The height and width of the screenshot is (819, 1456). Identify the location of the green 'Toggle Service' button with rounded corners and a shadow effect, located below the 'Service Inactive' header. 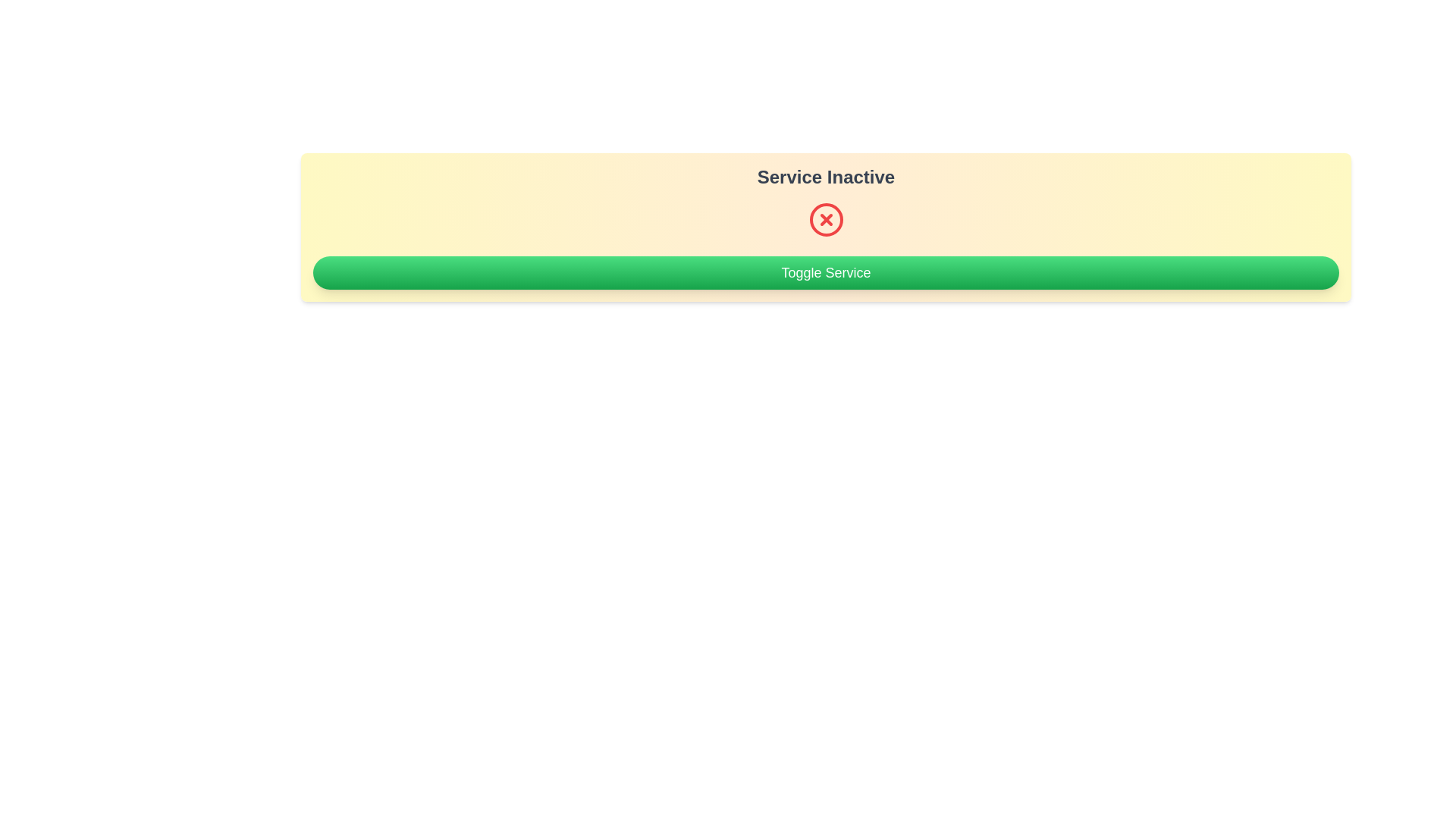
(825, 271).